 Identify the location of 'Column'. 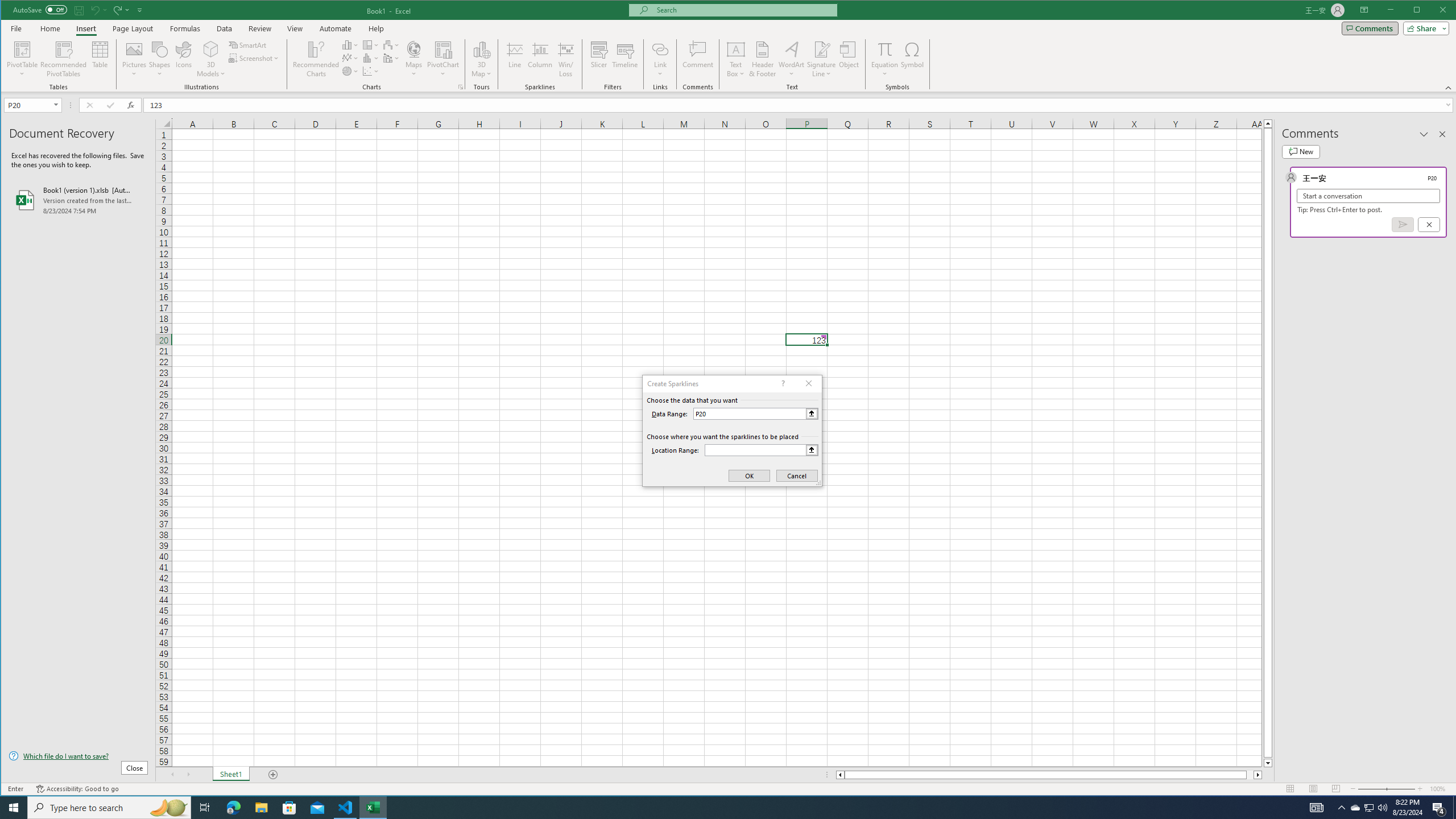
(540, 59).